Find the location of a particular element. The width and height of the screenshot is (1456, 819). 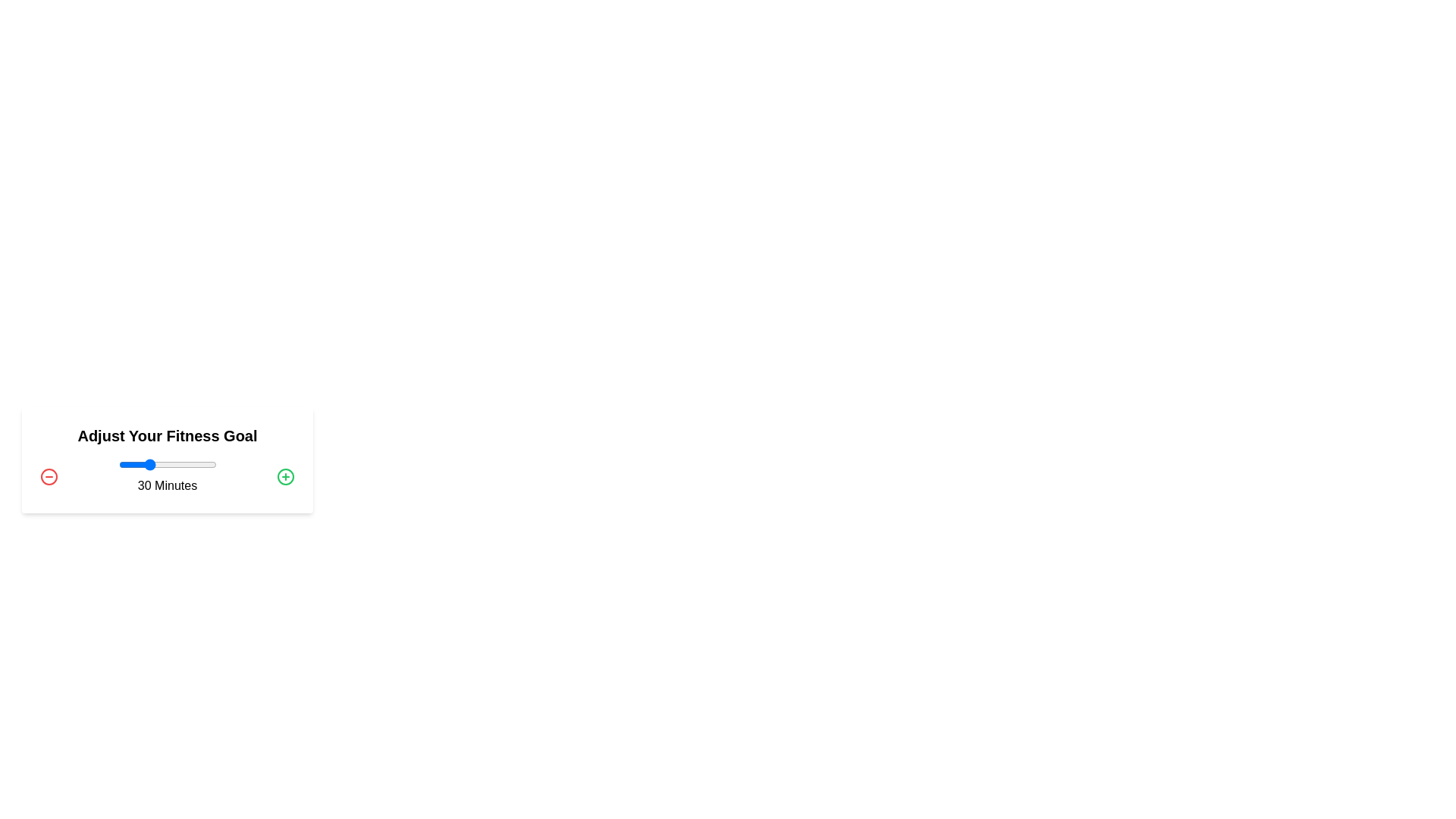

the bold text header displaying 'Adjust Your Fitness Goal', which is prominently positioned at the top of a card-like layout is located at coordinates (167, 435).